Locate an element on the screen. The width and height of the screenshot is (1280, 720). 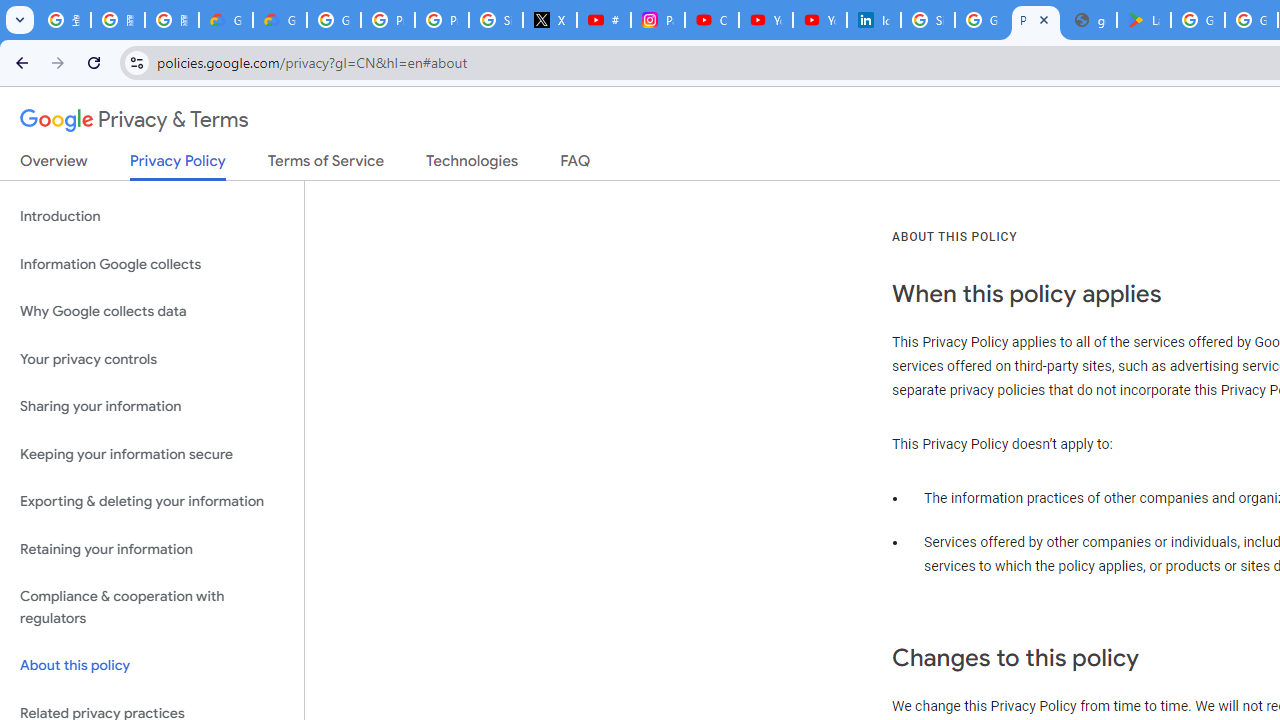
'google_privacy_policy_en.pdf' is located at coordinates (1088, 20).